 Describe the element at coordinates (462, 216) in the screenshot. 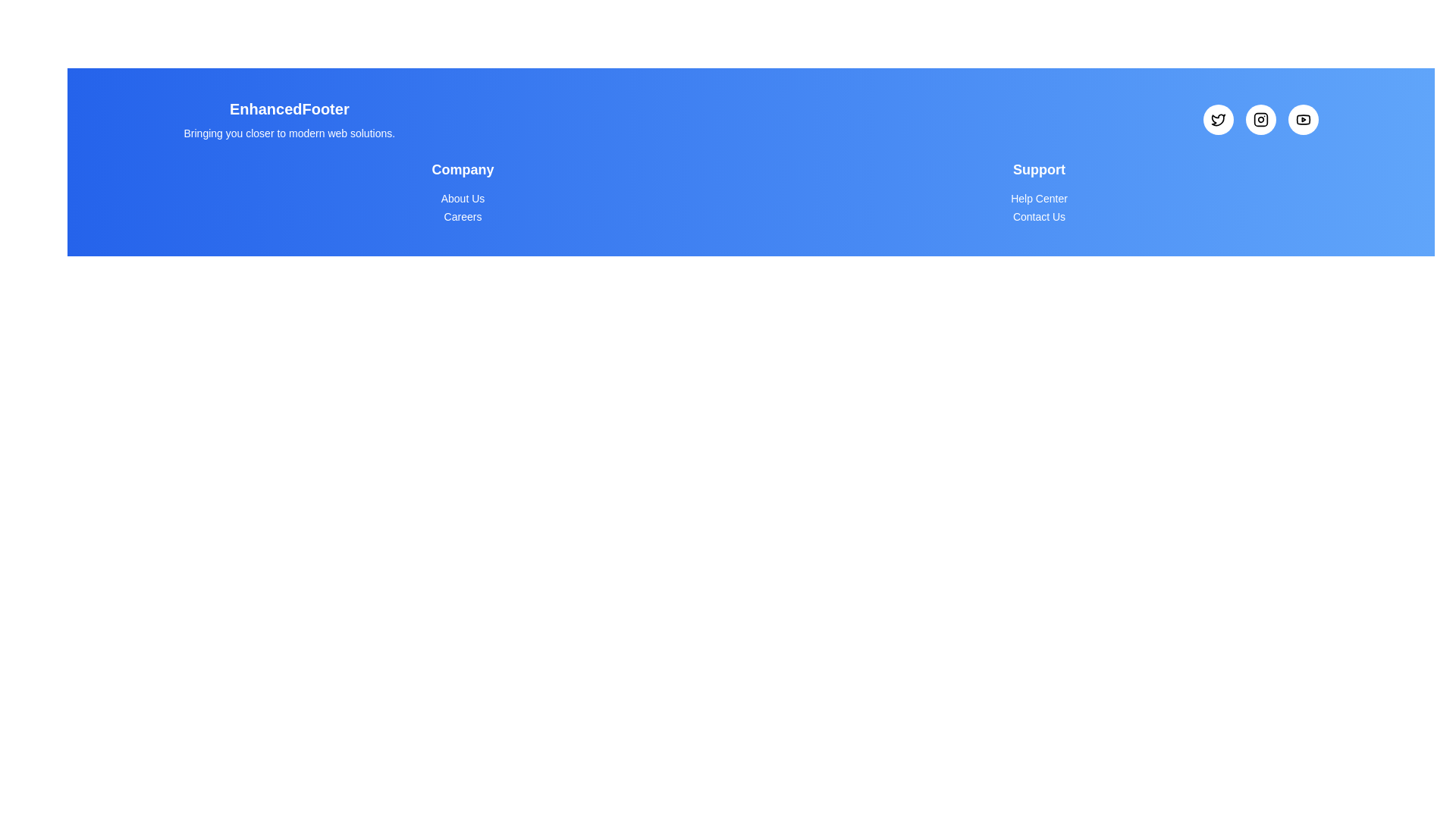

I see `the 'Careers' hyperlink located in the 'Company' section of the footer` at that location.